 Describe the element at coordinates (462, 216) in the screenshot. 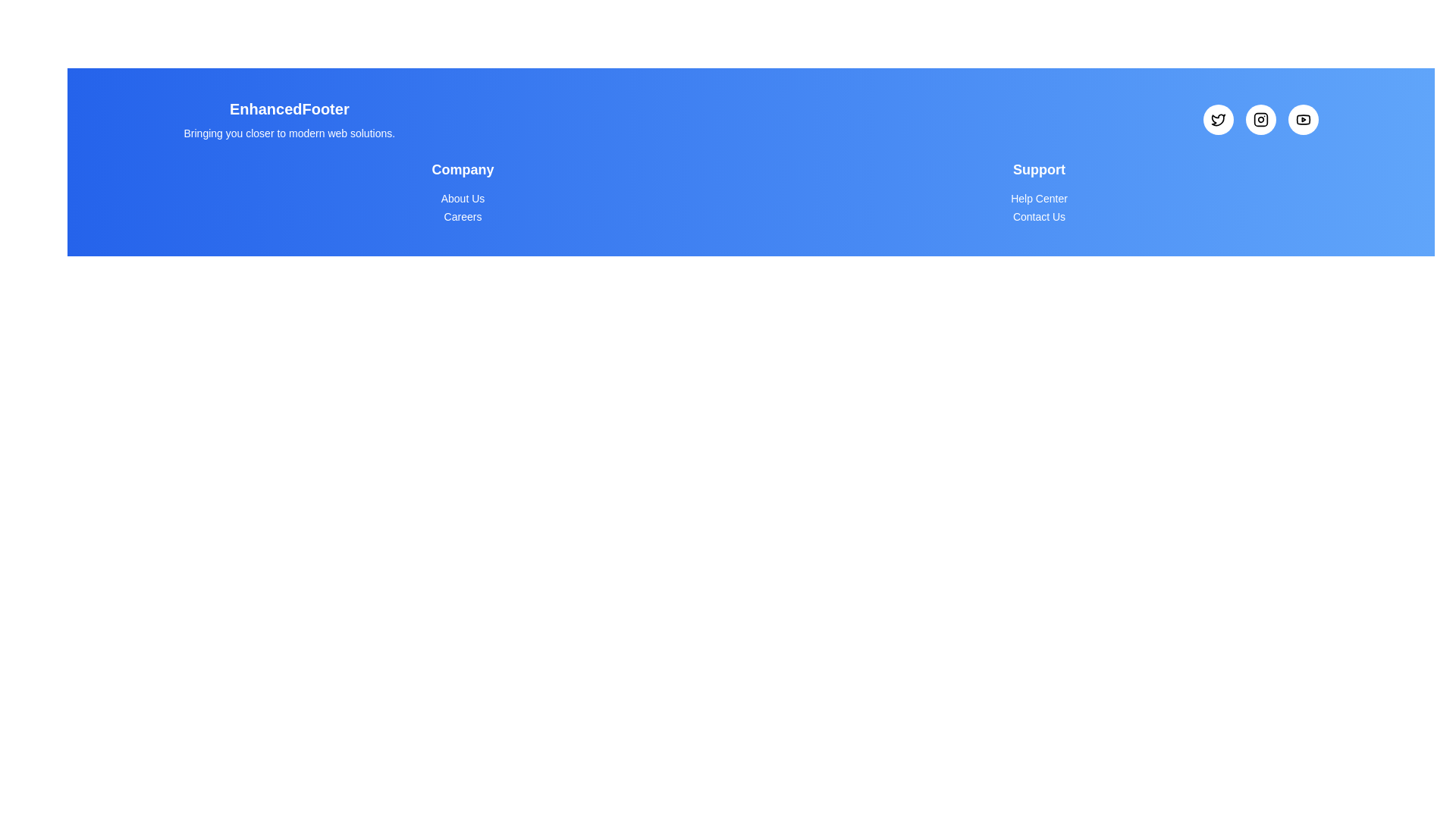

I see `the 'Careers' hyperlink located in the 'Company' section of the footer` at that location.